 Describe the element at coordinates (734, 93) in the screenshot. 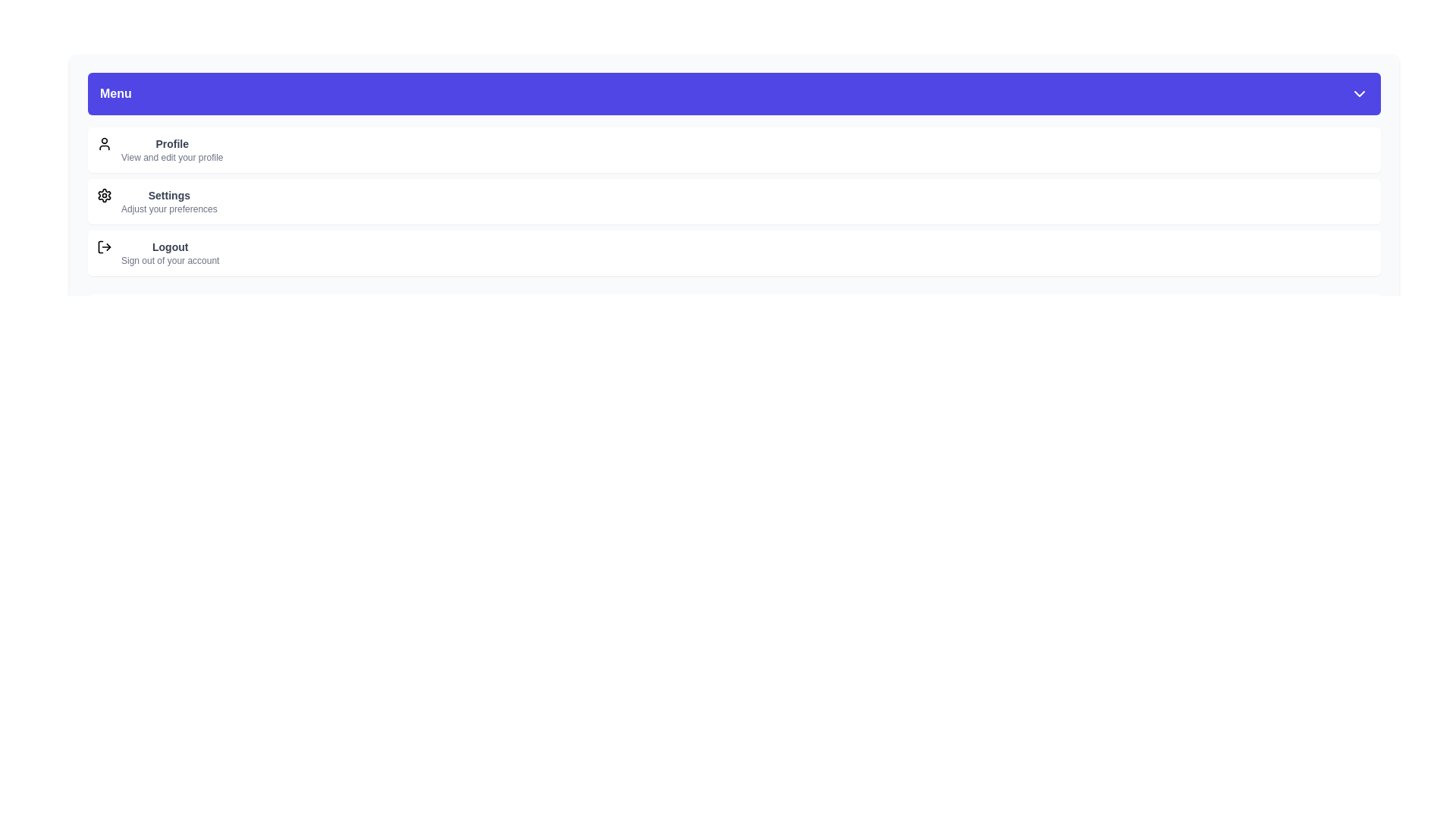

I see `the menu header to toggle its visibility` at that location.